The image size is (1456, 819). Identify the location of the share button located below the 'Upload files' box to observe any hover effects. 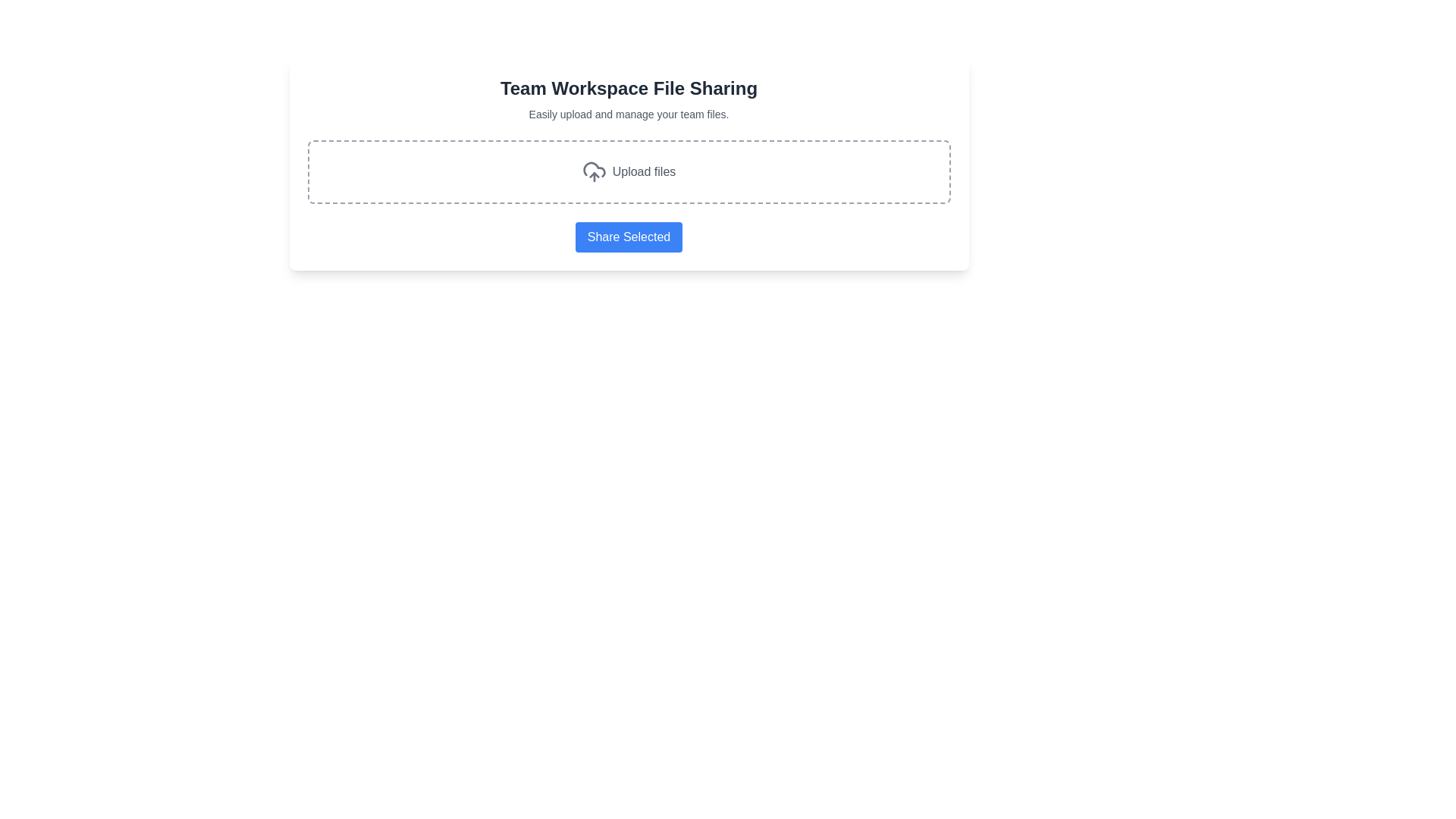
(629, 237).